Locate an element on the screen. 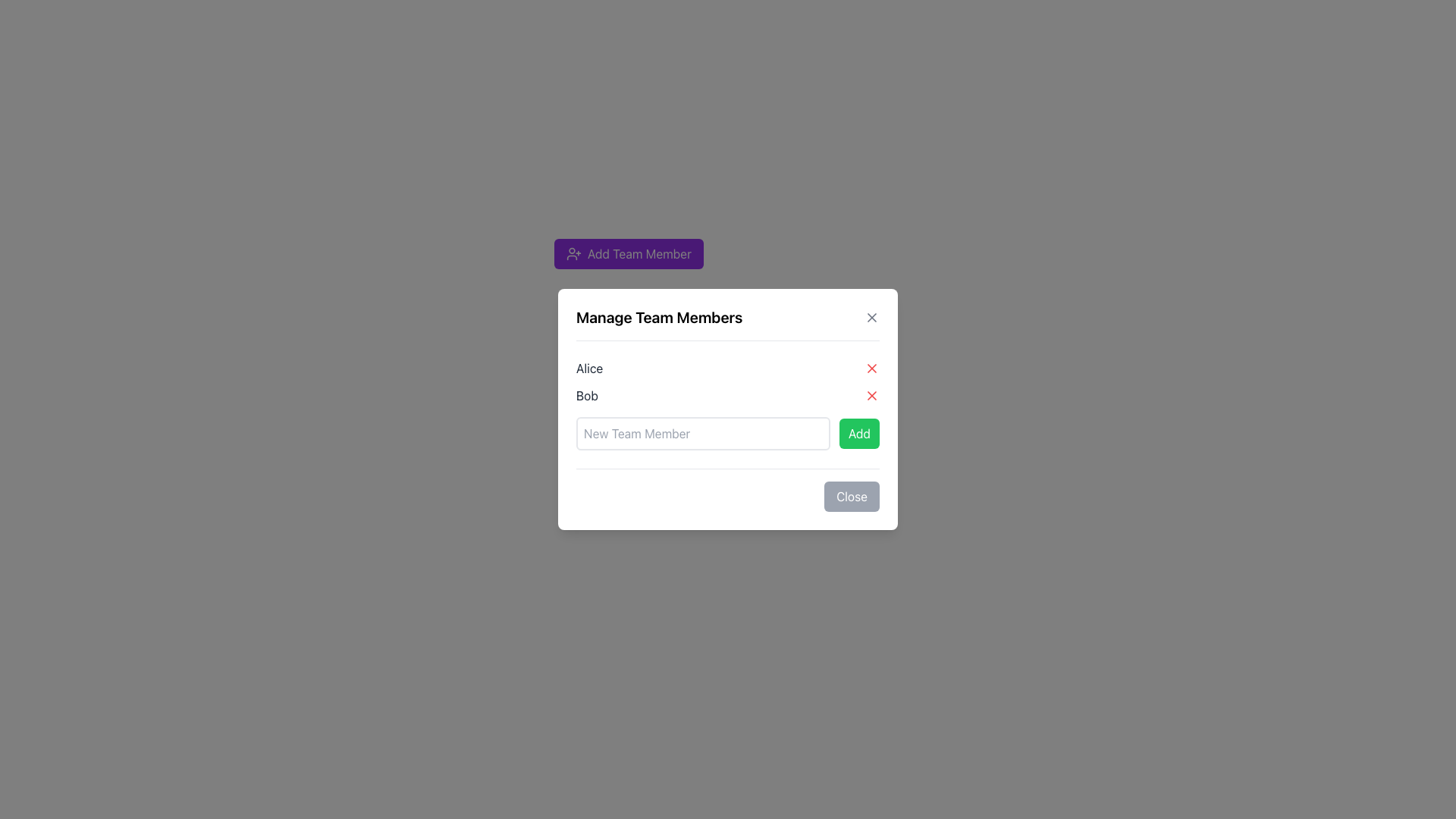 This screenshot has height=819, width=1456. the delete button associated with user 'Bob' to change its color is located at coordinates (872, 394).